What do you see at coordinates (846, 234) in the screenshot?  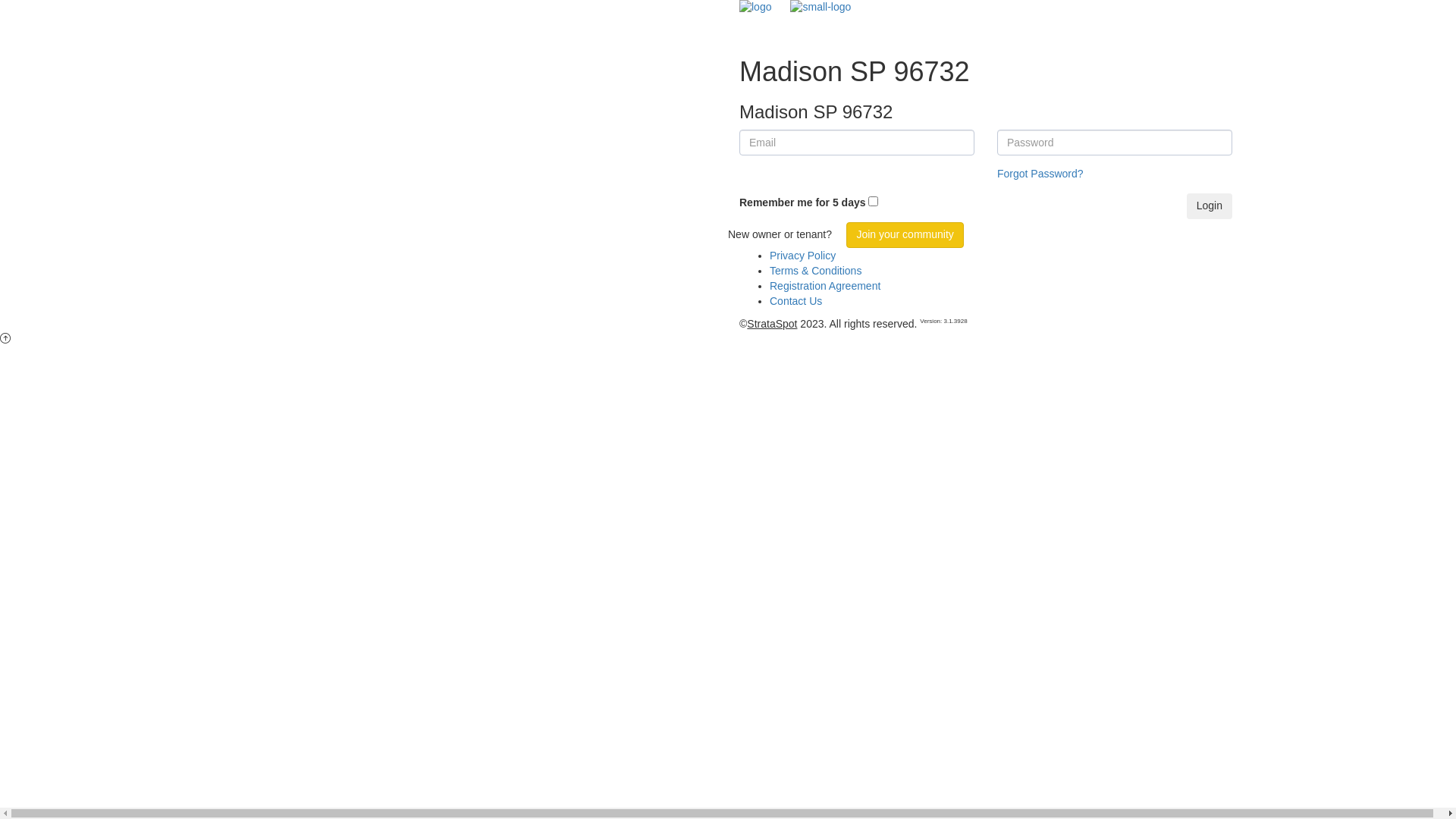 I see `'Join your community'` at bounding box center [846, 234].